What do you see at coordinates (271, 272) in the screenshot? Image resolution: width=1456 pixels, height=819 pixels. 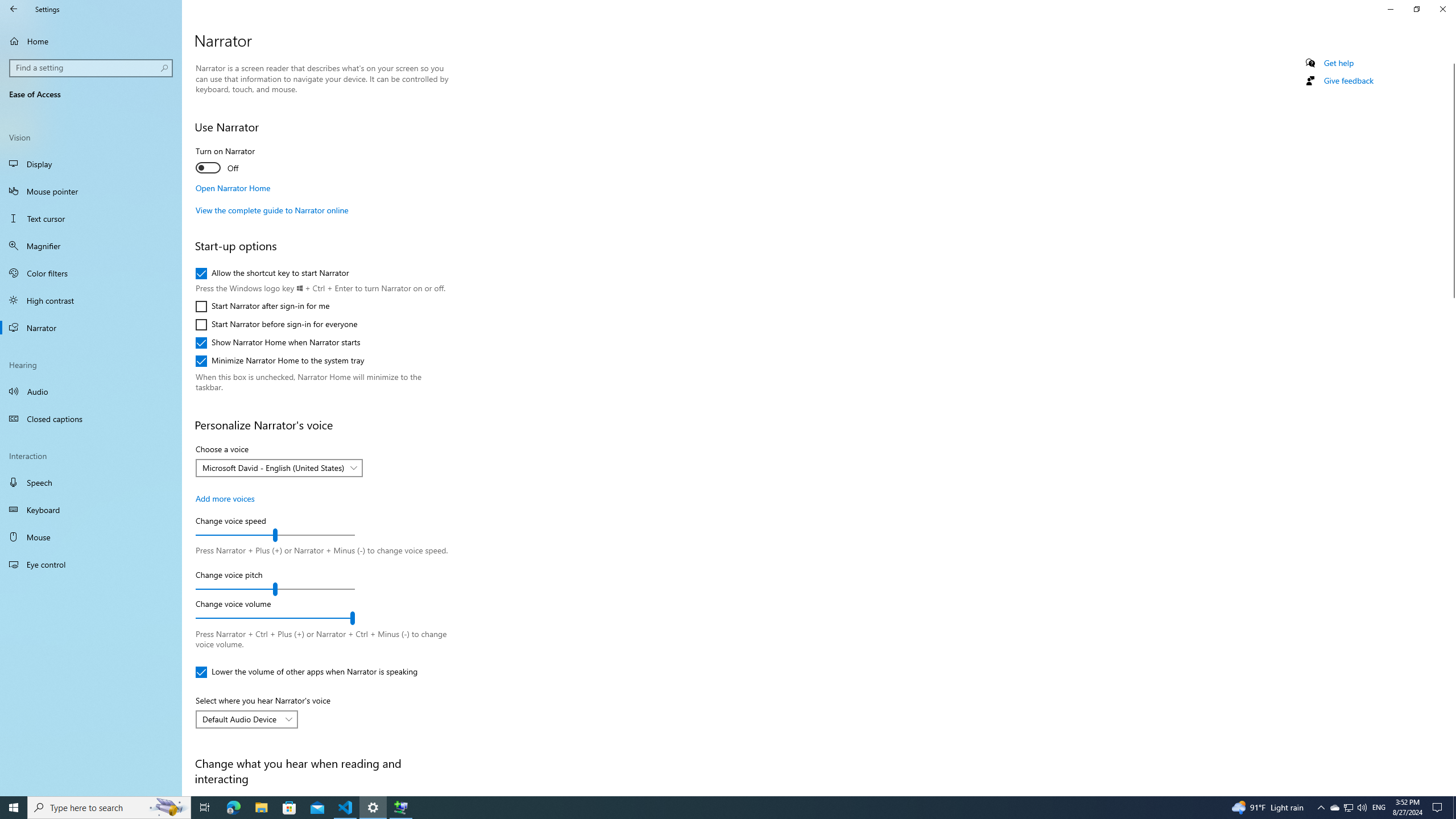 I see `'Allow the shortcut key to start Narrator'` at bounding box center [271, 272].